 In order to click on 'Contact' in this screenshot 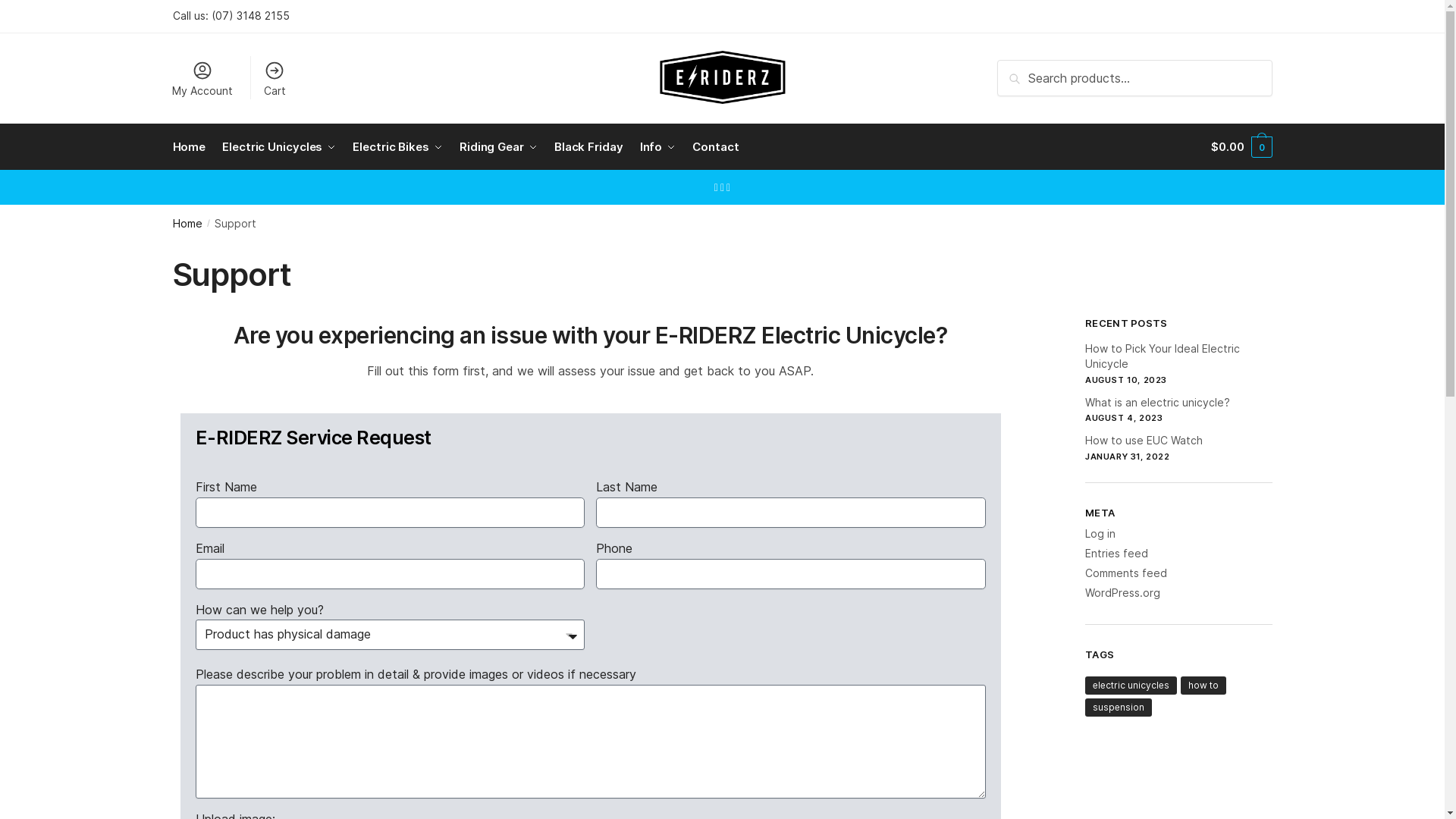, I will do `click(715, 146)`.